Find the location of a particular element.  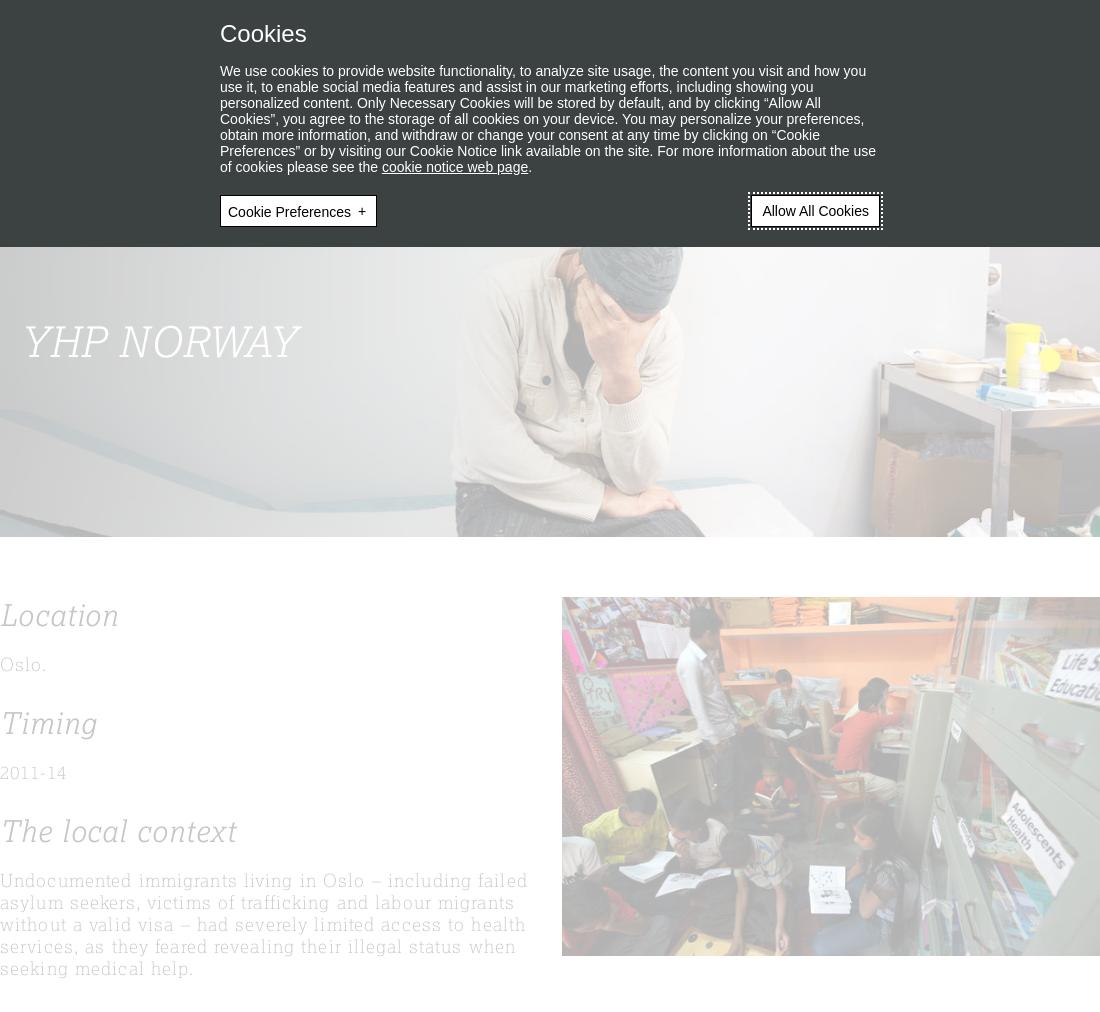

'About YHP' is located at coordinates (963, 105).